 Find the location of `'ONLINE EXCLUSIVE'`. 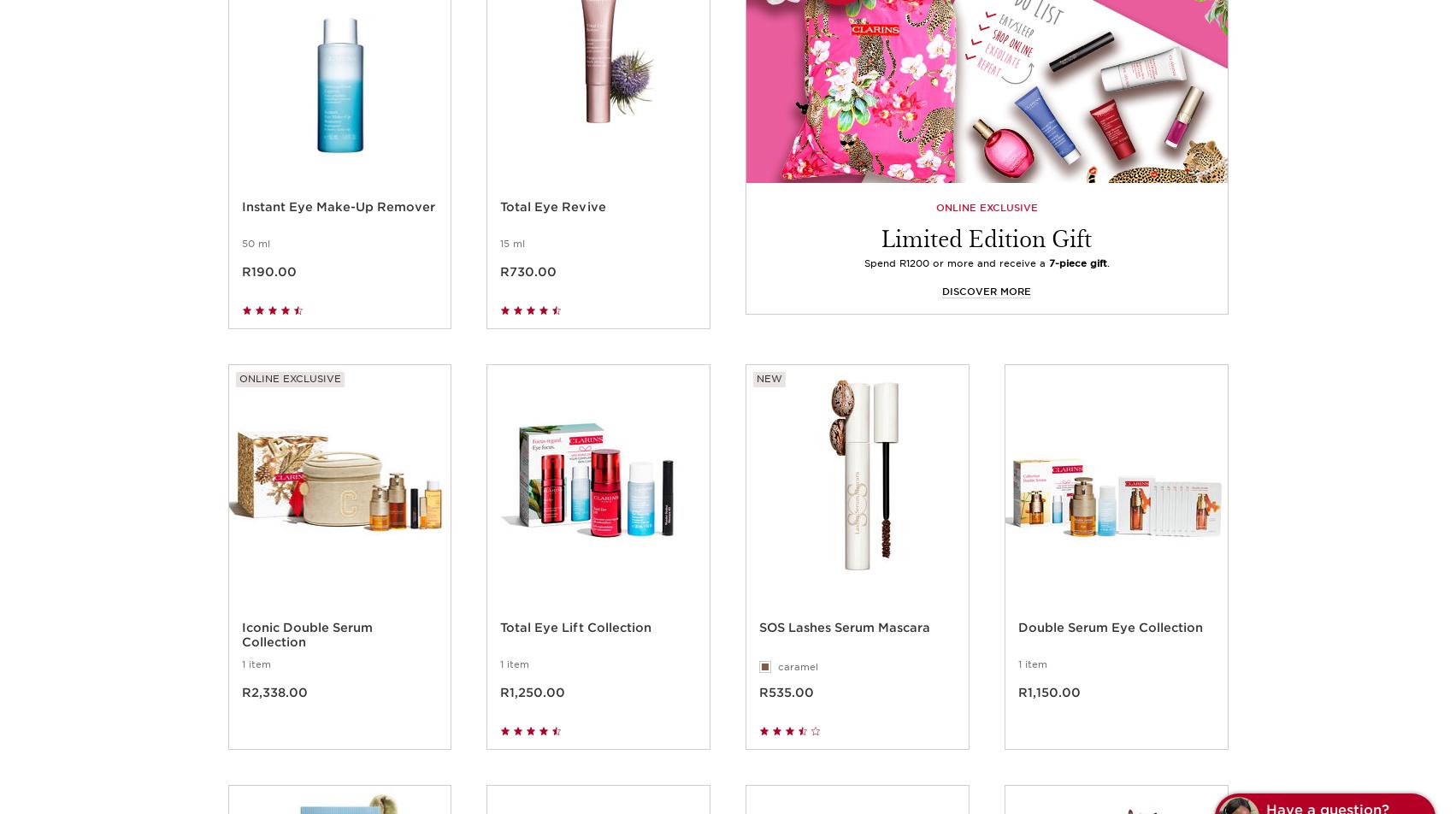

'ONLINE EXCLUSIVE' is located at coordinates (986, 227).